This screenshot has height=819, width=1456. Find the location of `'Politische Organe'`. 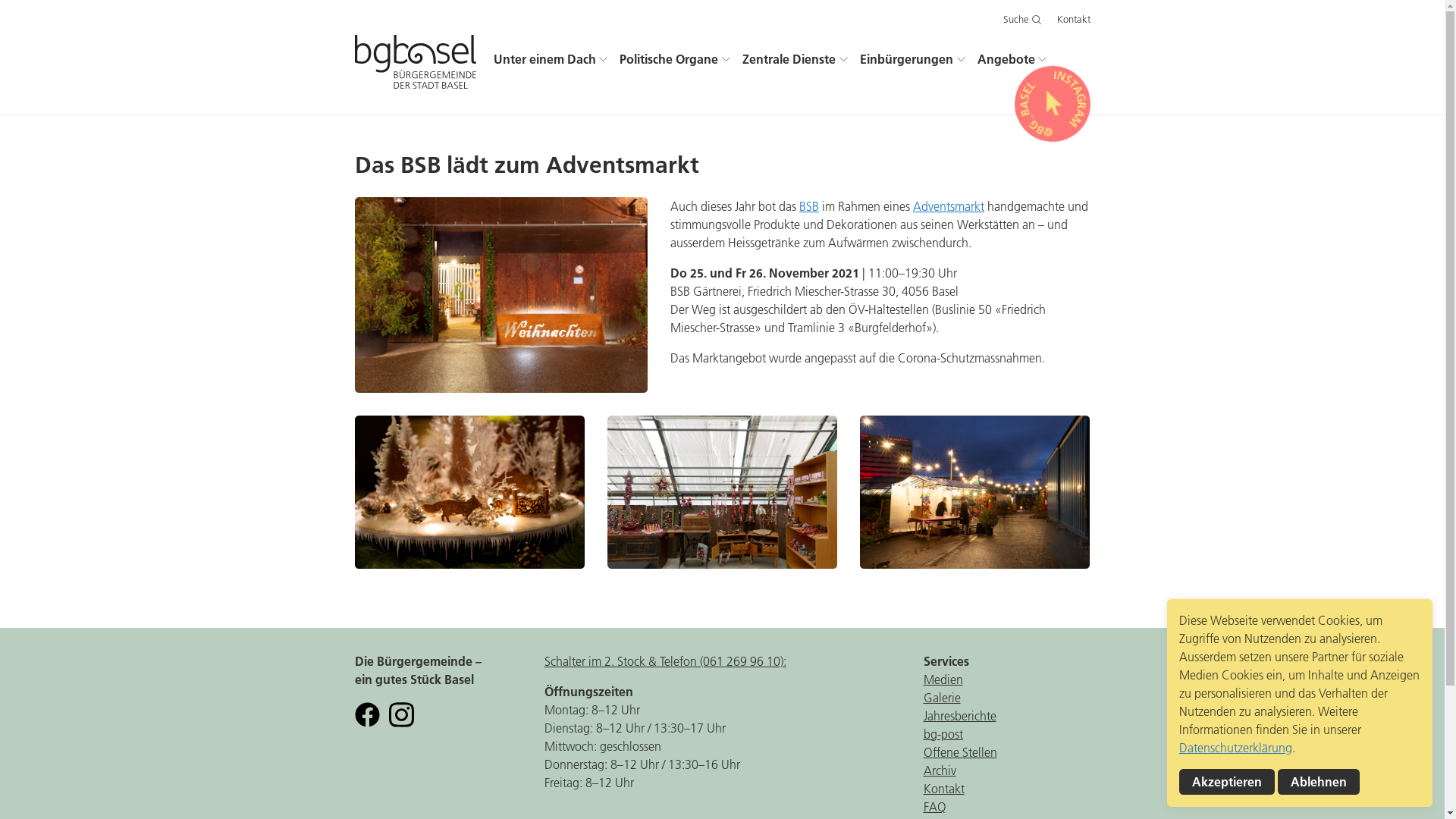

'Politische Organe' is located at coordinates (673, 58).